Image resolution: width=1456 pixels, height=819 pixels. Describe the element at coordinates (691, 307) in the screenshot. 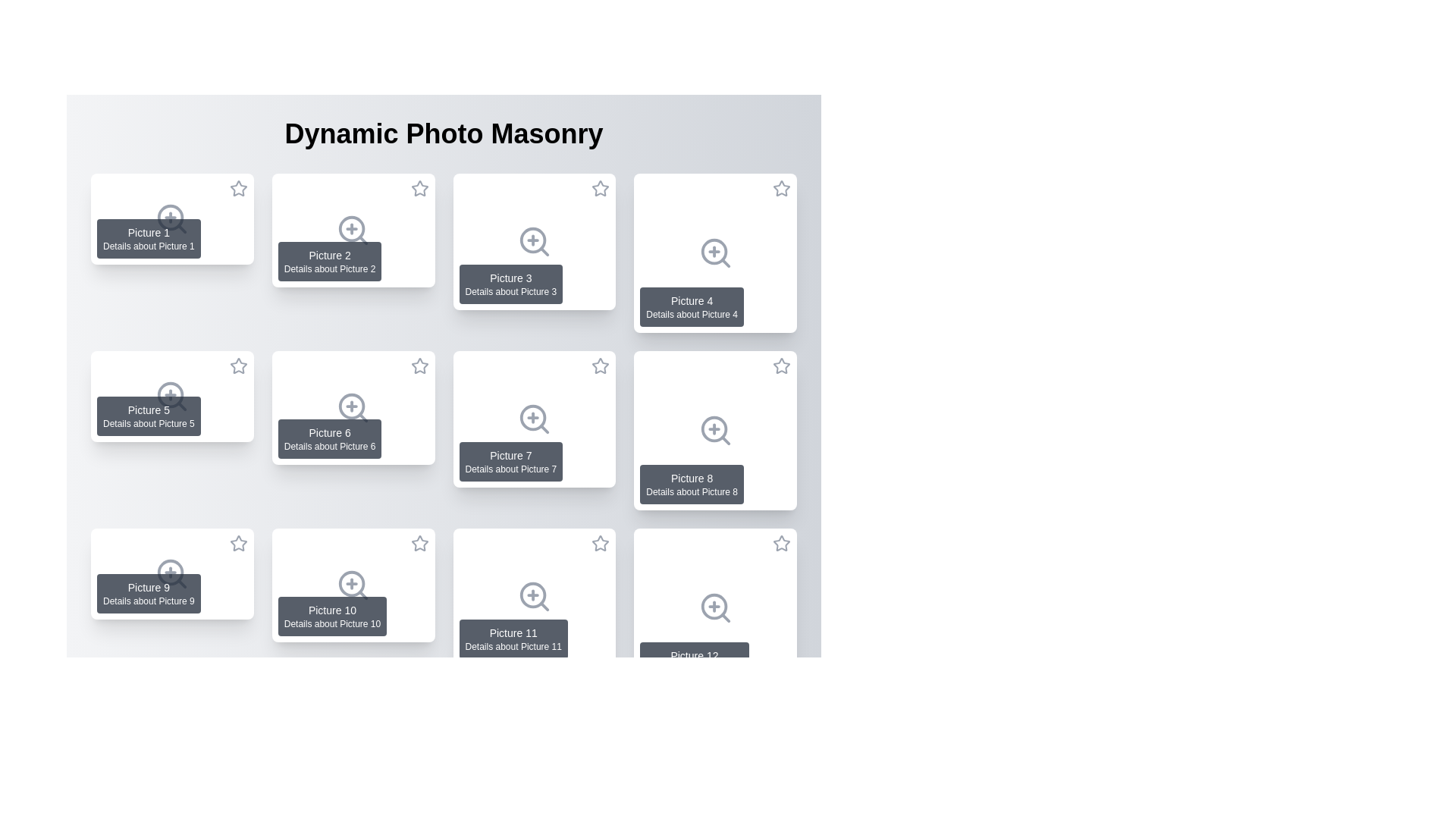

I see `information displayed in the informational text block at the bottom left of the fourth photo card, which contains the text 'Picture 4' and 'Details about Picture 4'` at that location.